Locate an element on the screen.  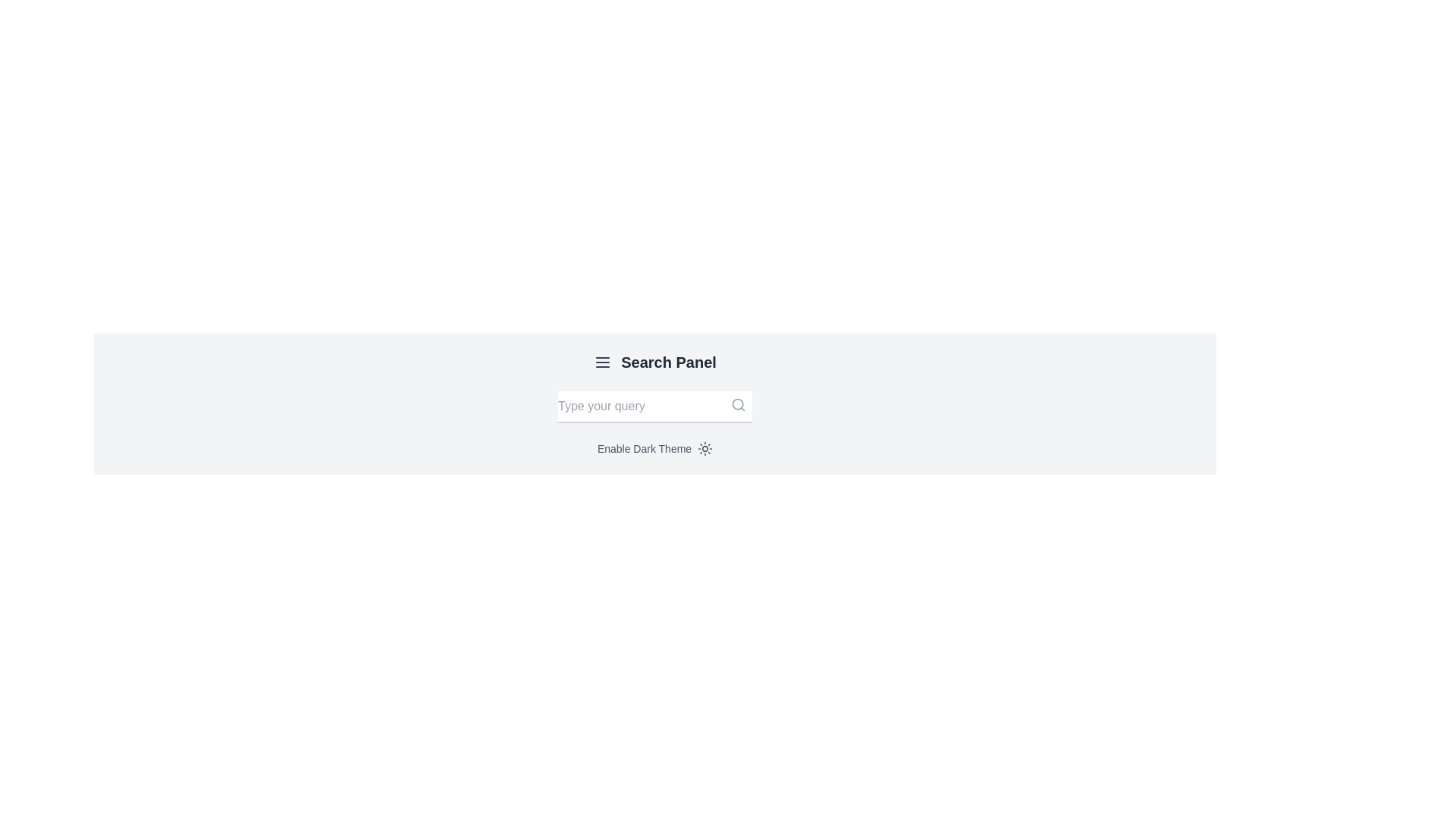
the search icon, which is a gray magnifying glass located at the top-right corner of the text input field is located at coordinates (739, 403).